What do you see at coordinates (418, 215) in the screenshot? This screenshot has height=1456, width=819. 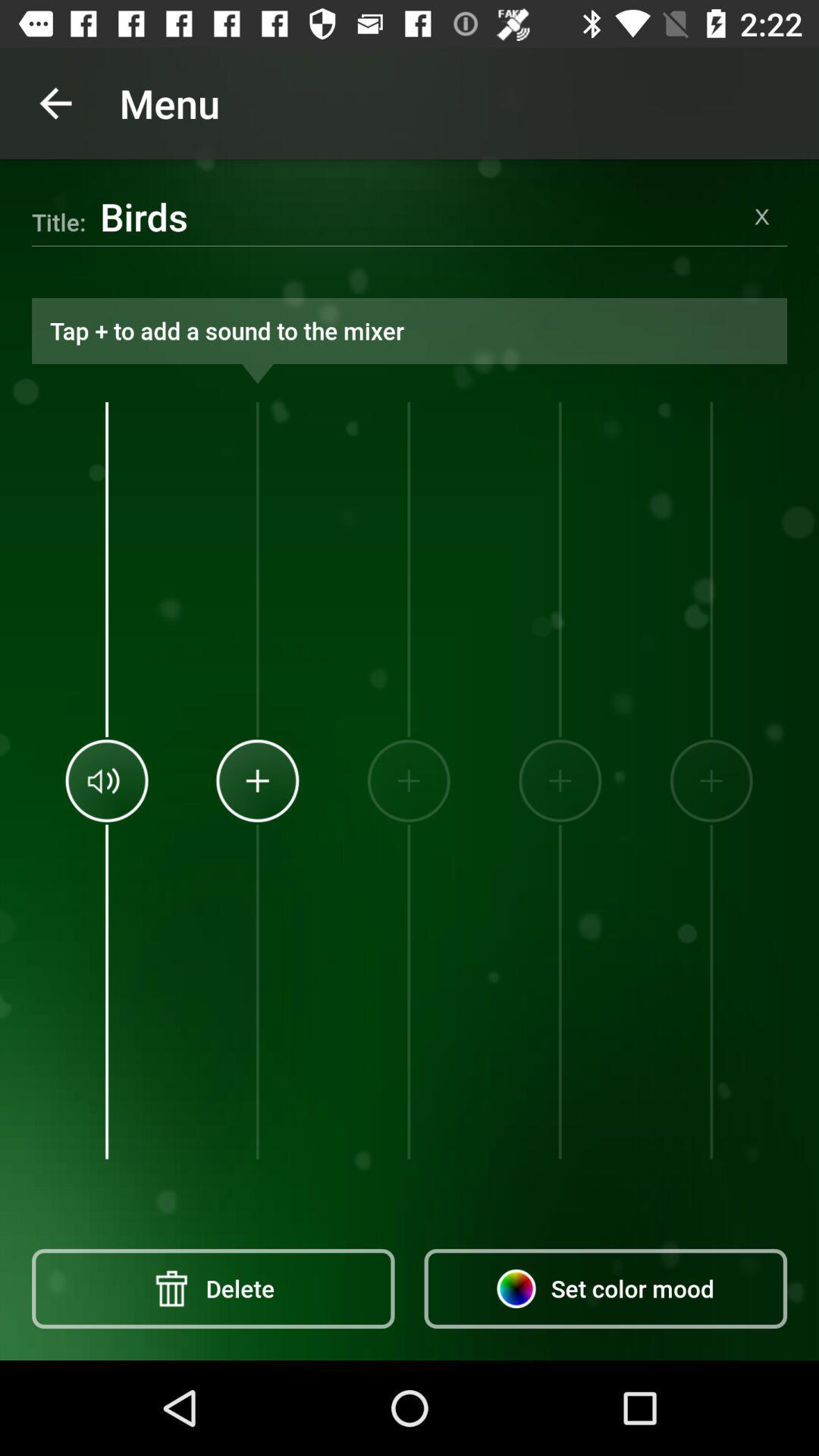 I see `item to the right of title: item` at bounding box center [418, 215].